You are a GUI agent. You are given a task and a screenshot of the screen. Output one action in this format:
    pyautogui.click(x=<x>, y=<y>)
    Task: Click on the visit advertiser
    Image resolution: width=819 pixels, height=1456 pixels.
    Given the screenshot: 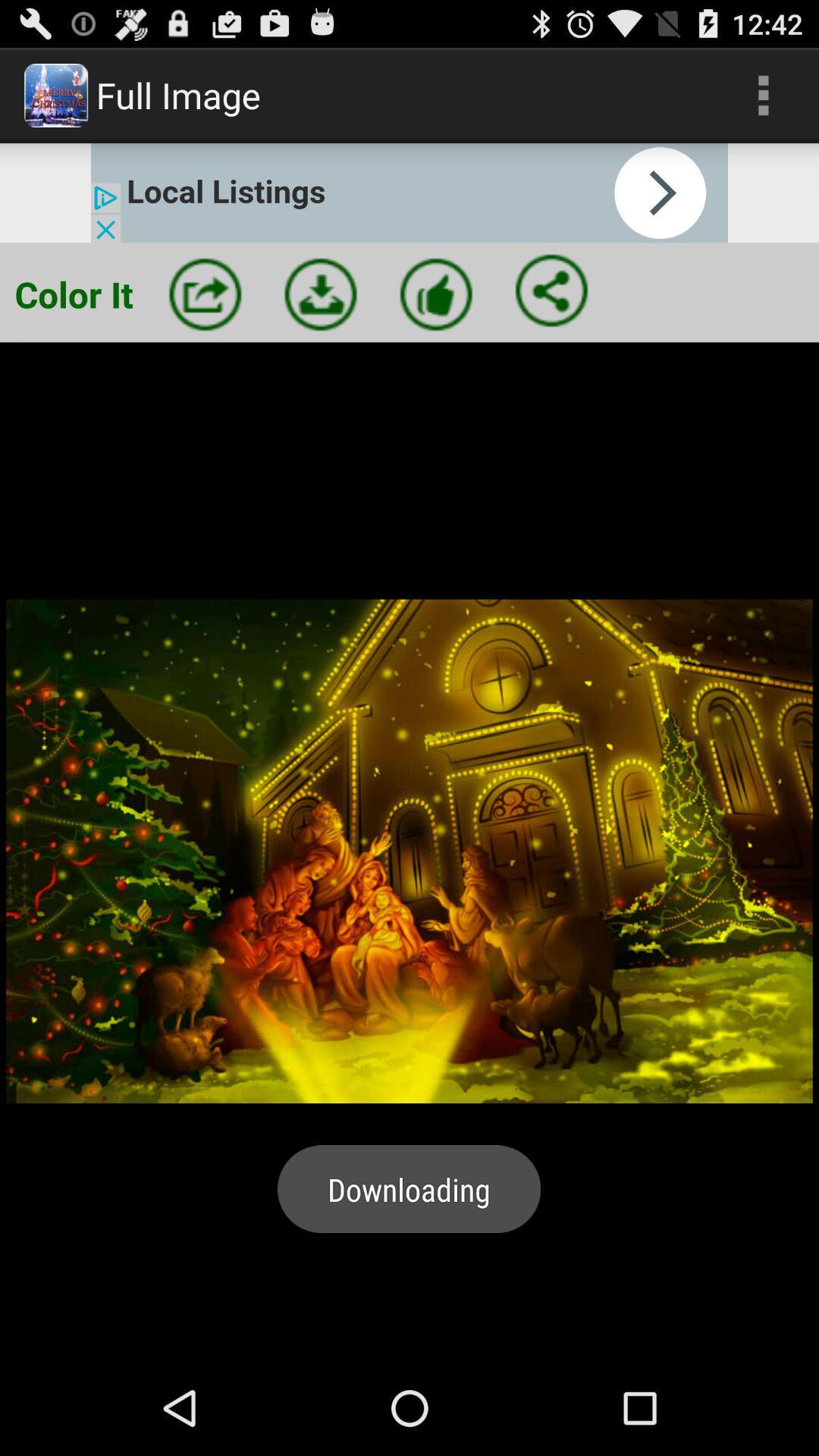 What is the action you would take?
    pyautogui.click(x=409, y=192)
    